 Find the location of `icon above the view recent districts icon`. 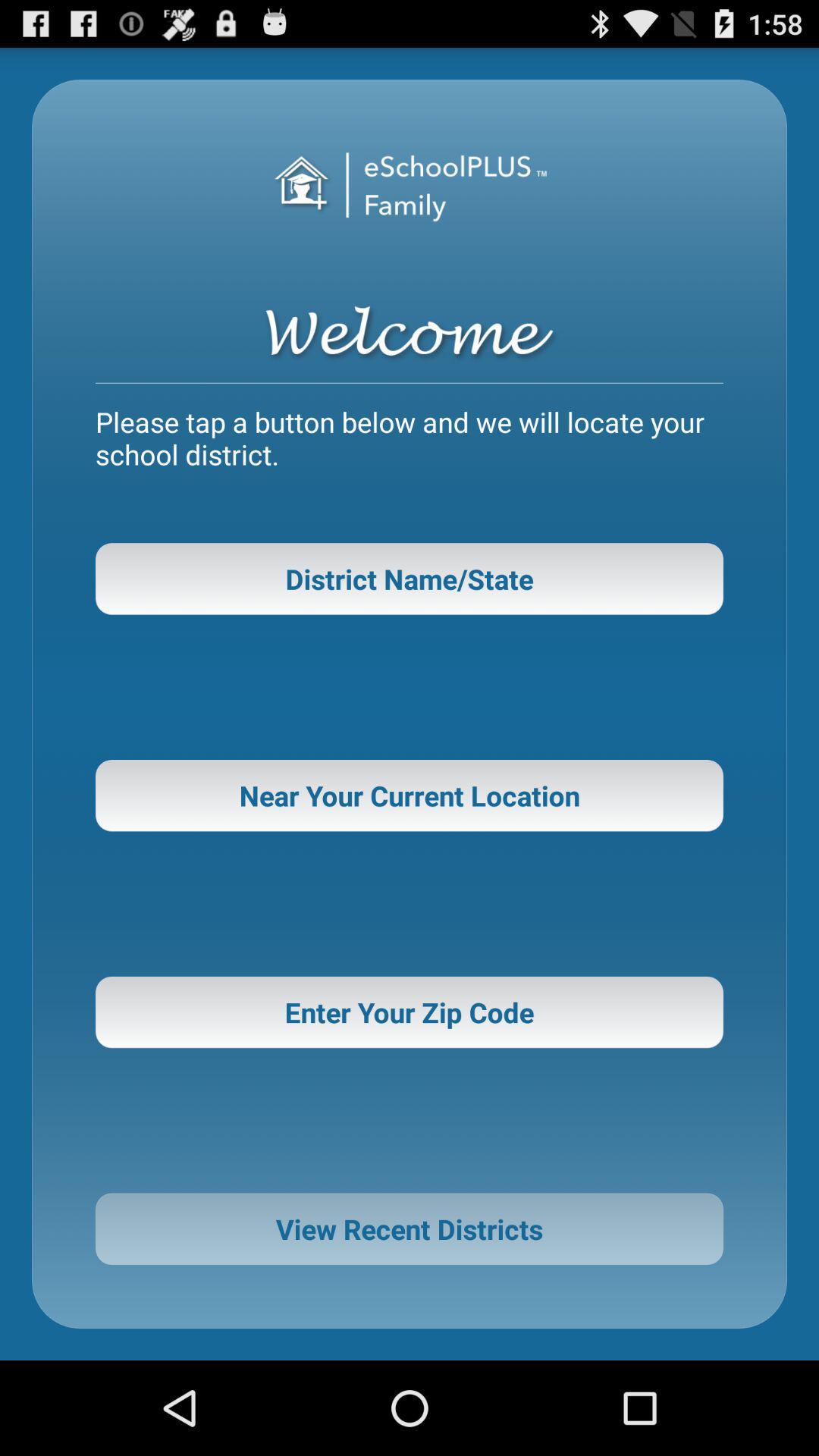

icon above the view recent districts icon is located at coordinates (409, 1012).